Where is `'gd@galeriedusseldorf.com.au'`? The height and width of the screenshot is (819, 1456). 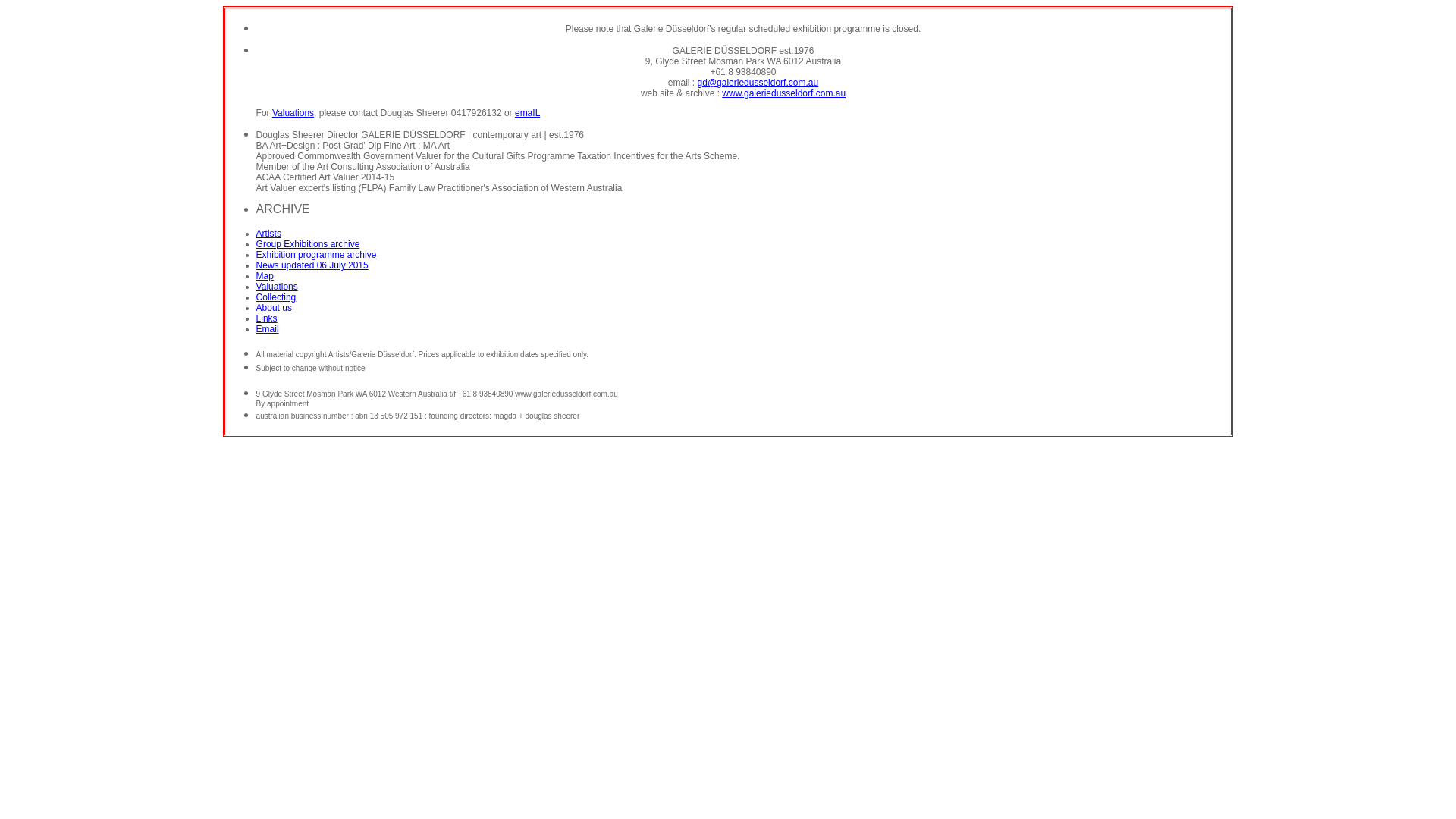
'gd@galeriedusseldorf.com.au' is located at coordinates (697, 82).